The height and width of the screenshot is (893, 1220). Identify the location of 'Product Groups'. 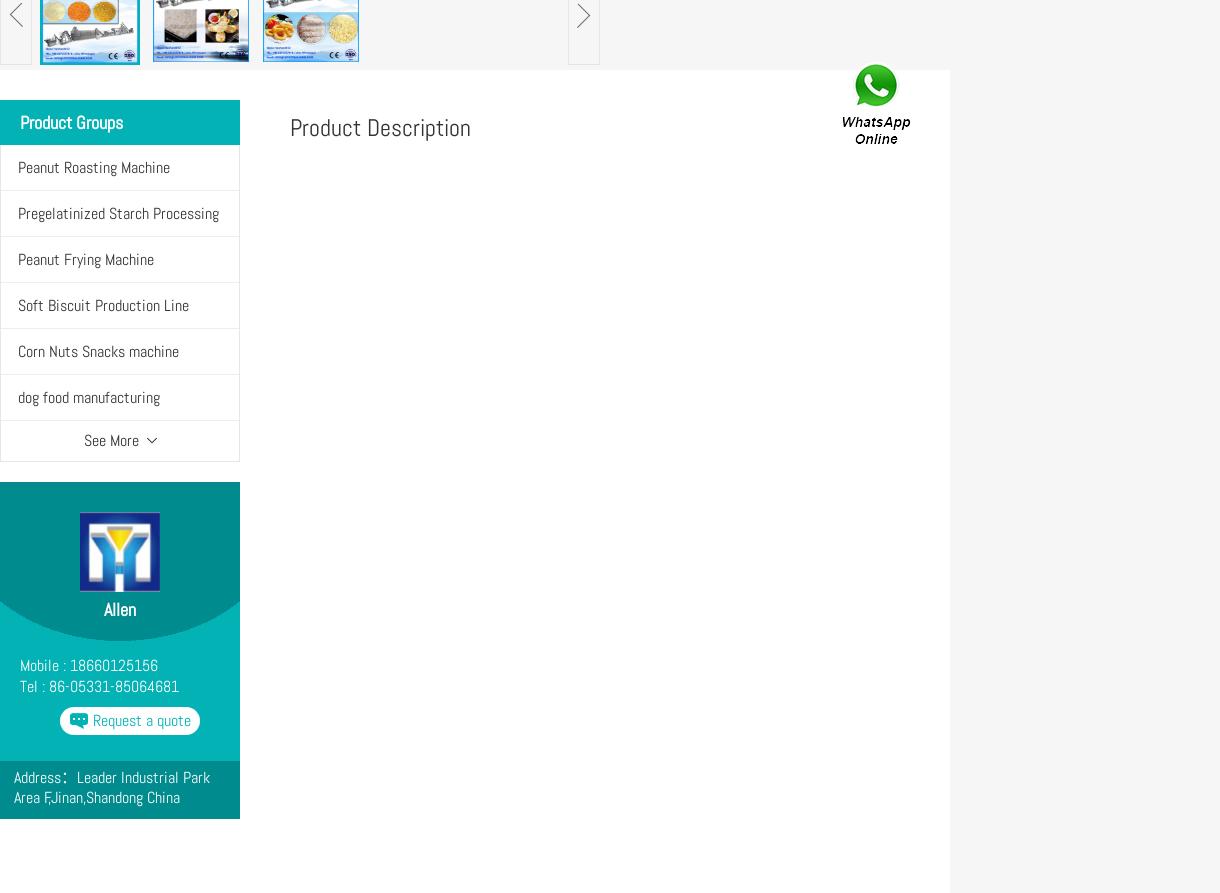
(20, 122).